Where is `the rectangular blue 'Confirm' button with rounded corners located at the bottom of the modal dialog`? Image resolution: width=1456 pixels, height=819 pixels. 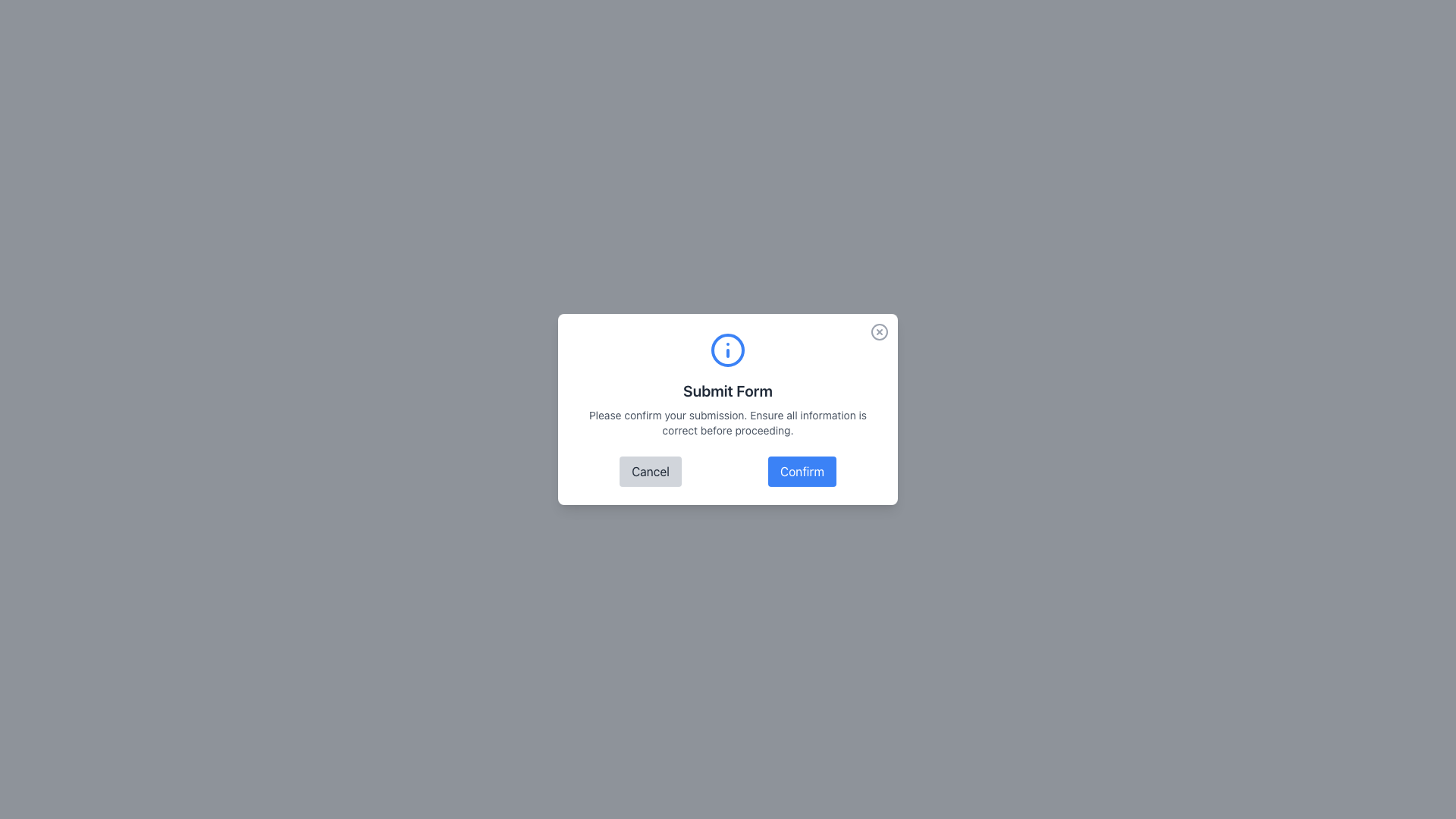 the rectangular blue 'Confirm' button with rounded corners located at the bottom of the modal dialog is located at coordinates (801, 470).